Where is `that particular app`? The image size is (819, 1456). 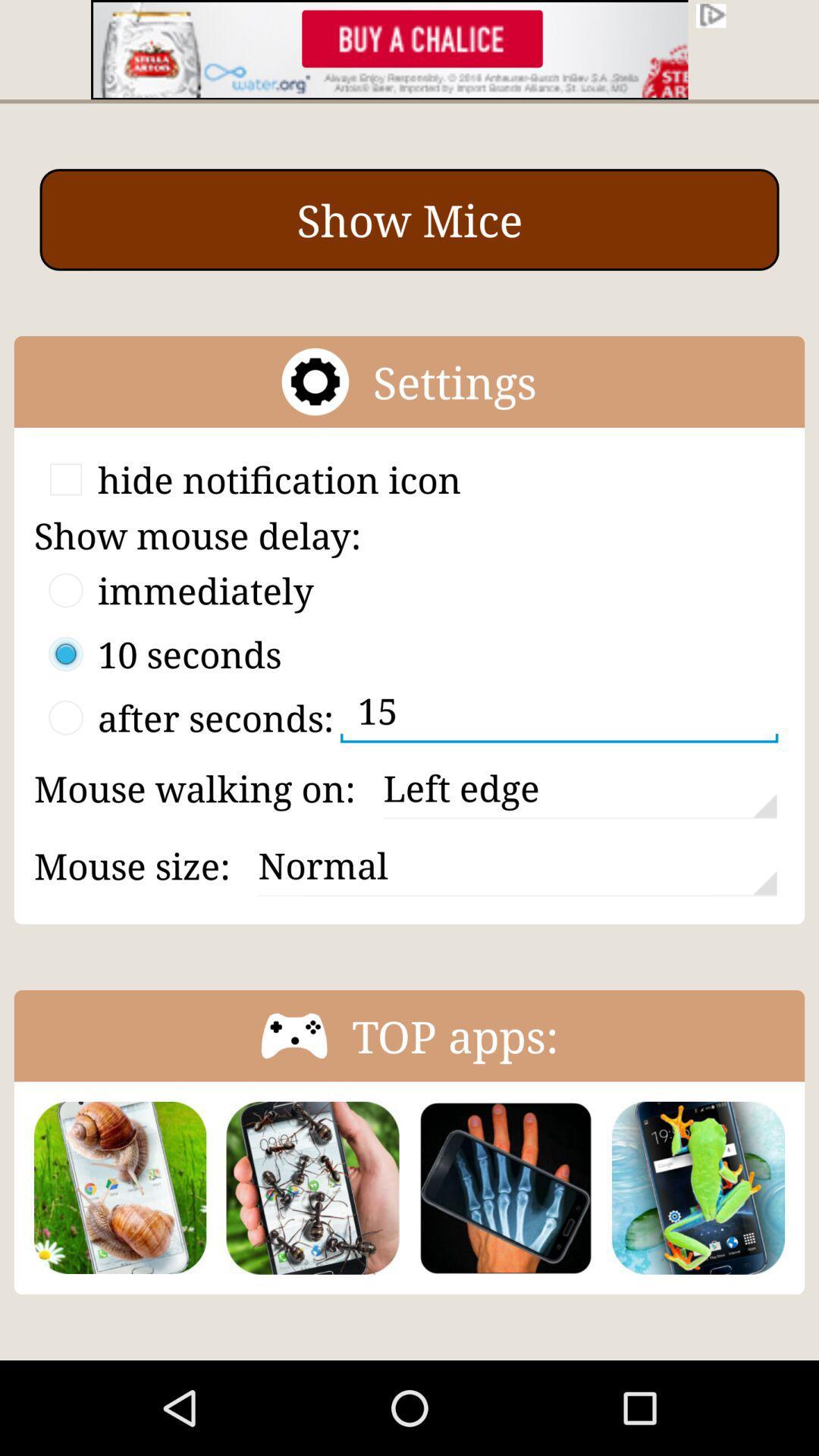
that particular app is located at coordinates (698, 1187).